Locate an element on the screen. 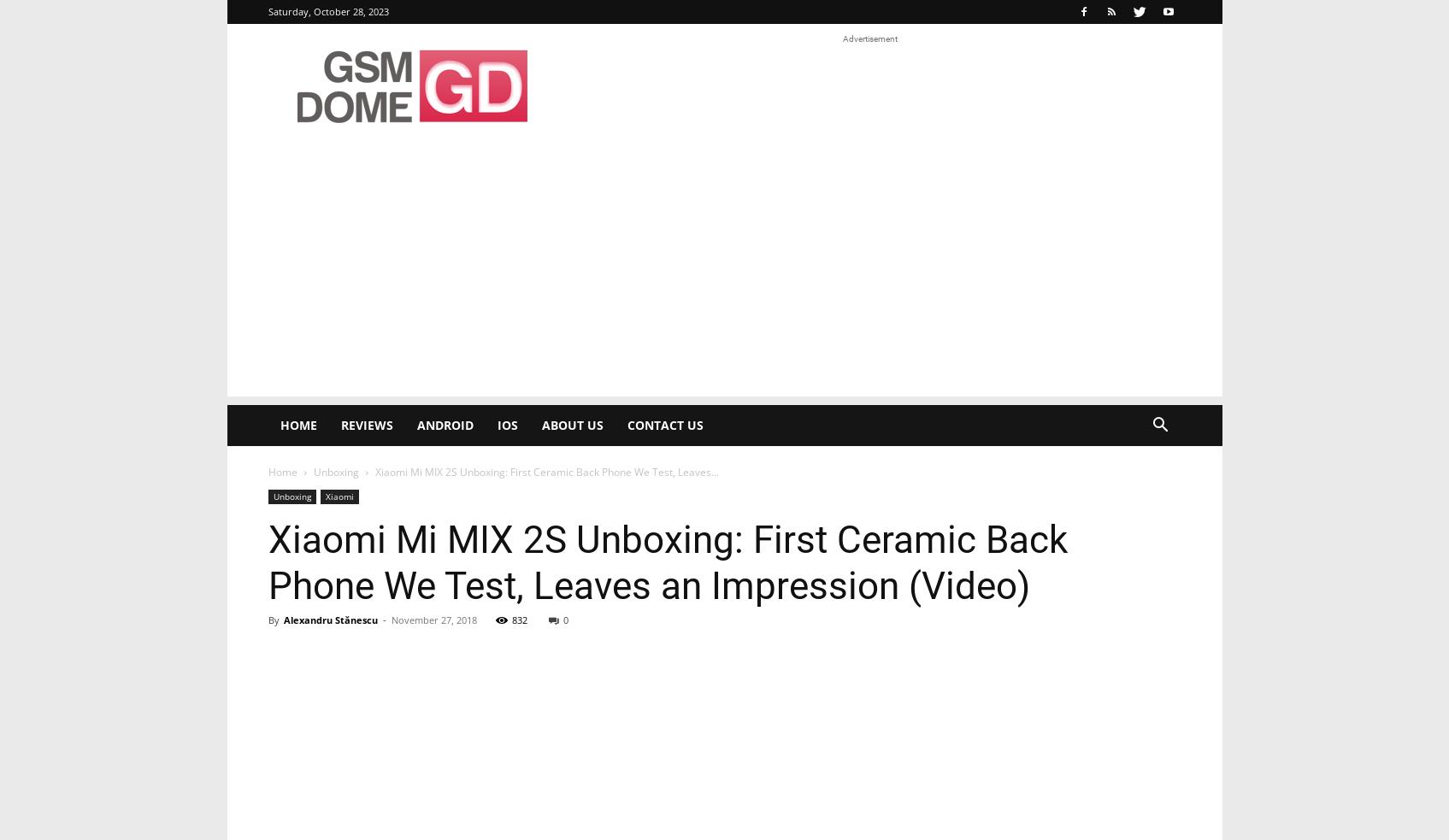 This screenshot has width=1449, height=840. 'By' is located at coordinates (273, 619).